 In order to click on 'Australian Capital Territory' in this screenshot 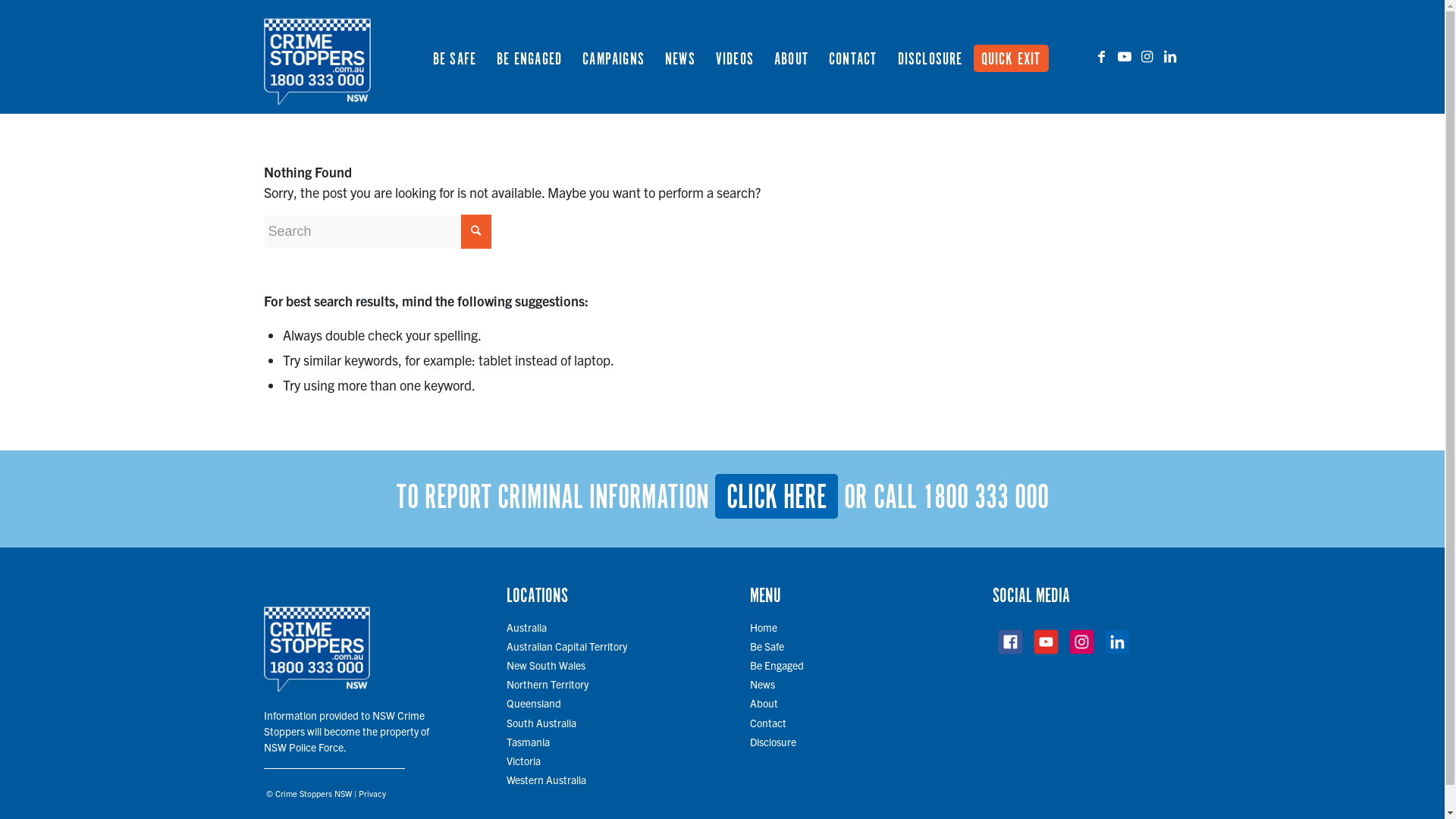, I will do `click(506, 646)`.